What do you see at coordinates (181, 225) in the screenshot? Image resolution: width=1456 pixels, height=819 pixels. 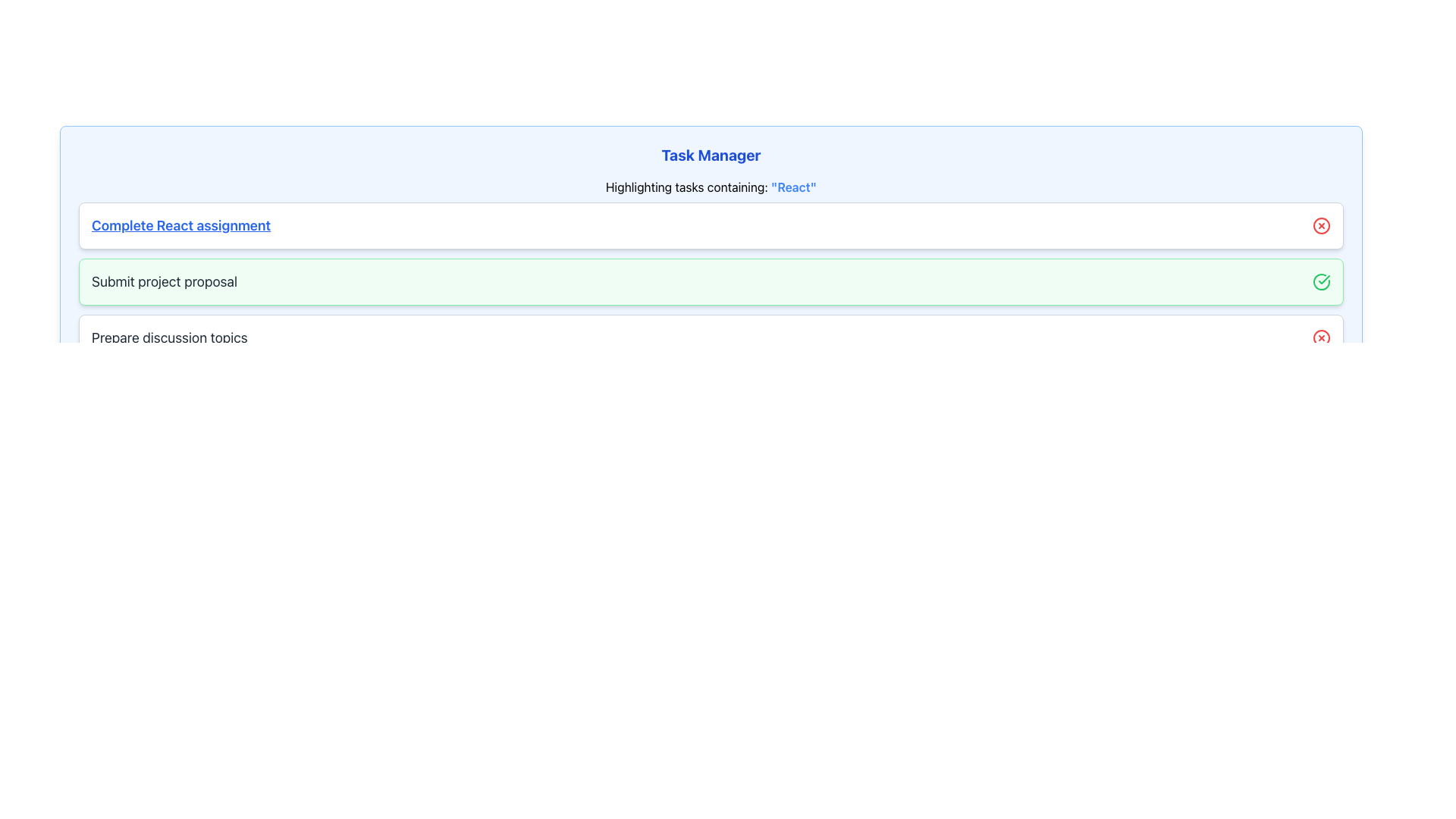 I see `the text link 'Complete React assignment'` at bounding box center [181, 225].